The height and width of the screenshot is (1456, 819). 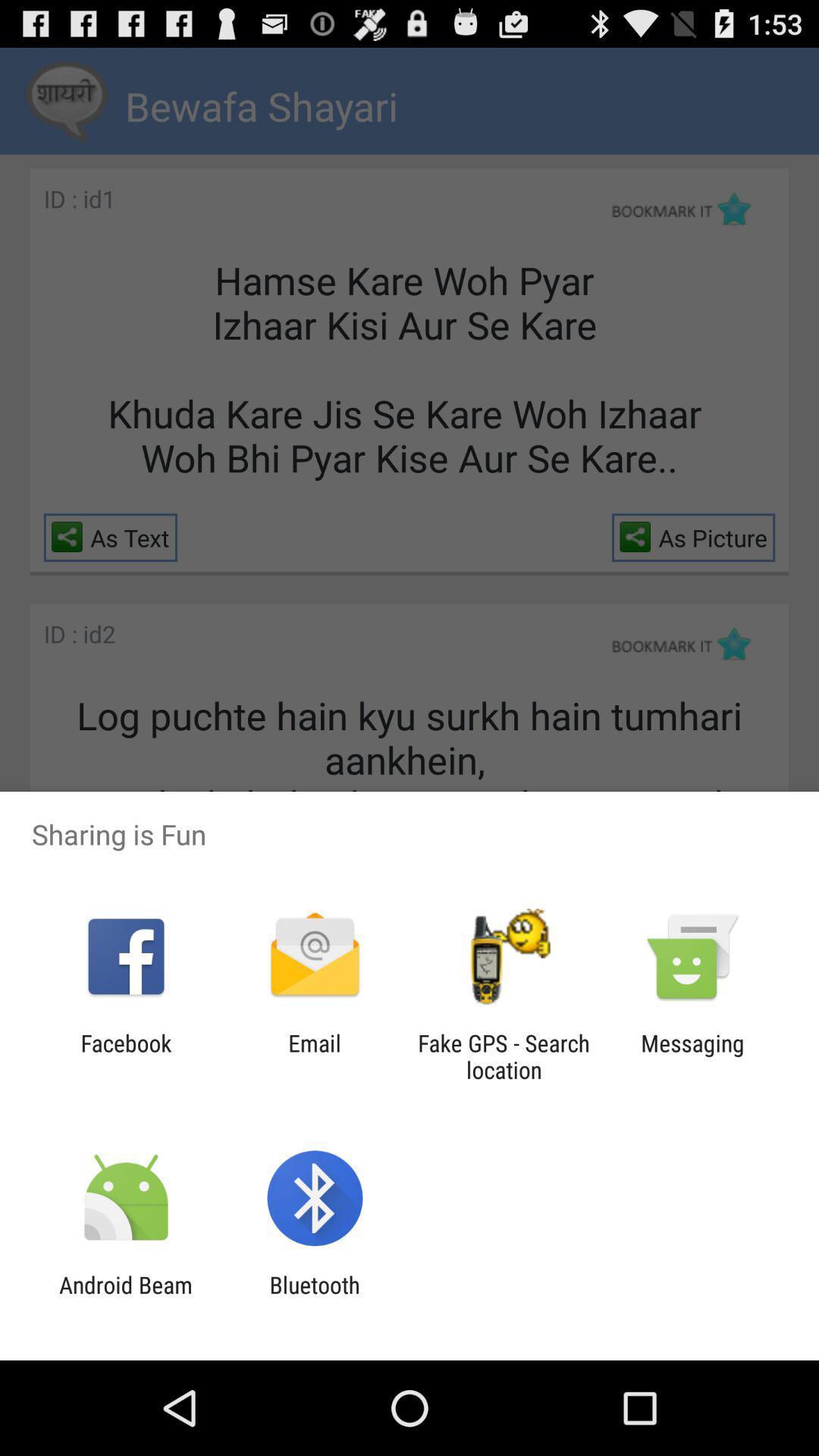 What do you see at coordinates (314, 1056) in the screenshot?
I see `the item to the left of fake gps search icon` at bounding box center [314, 1056].